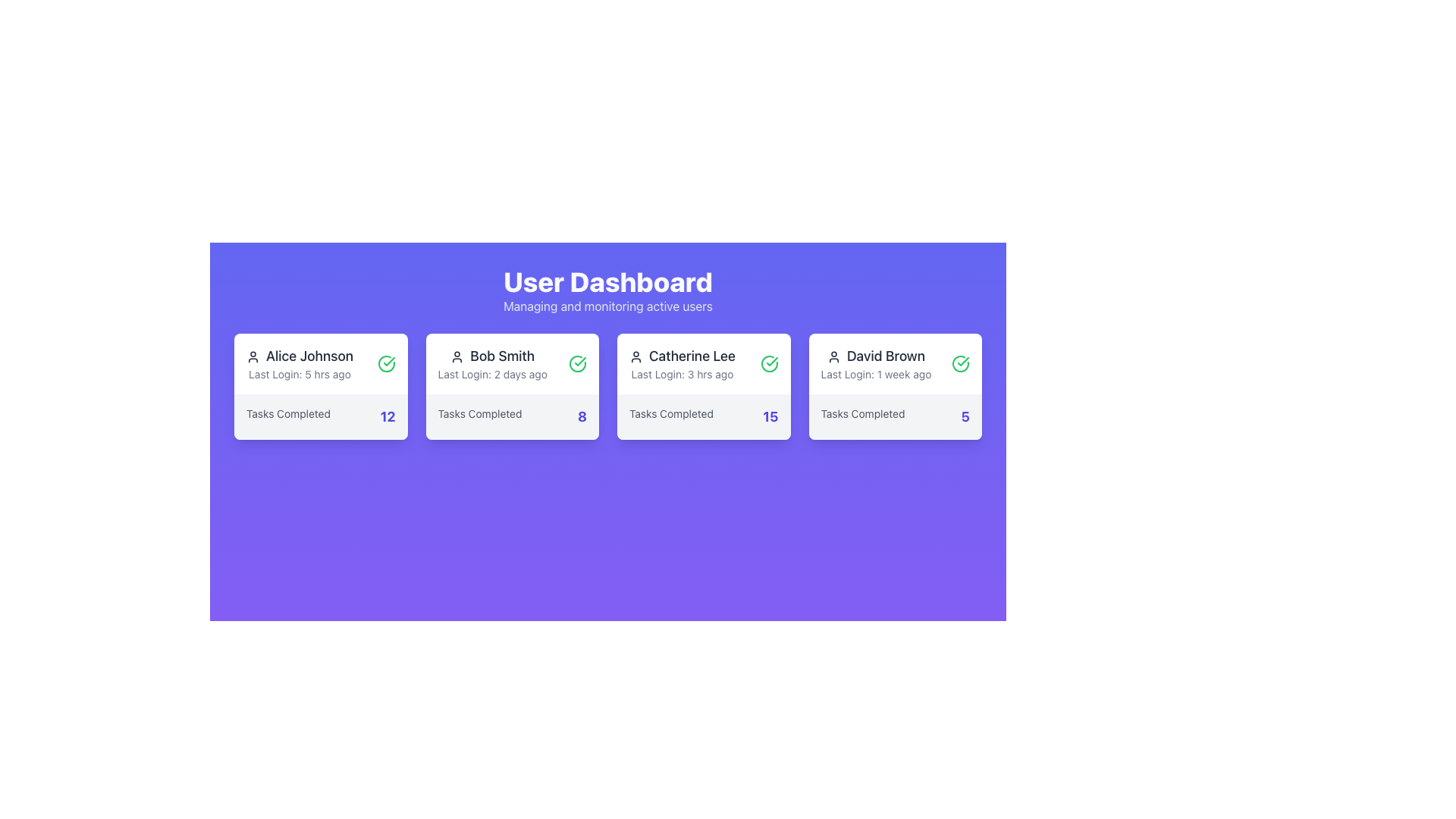 The image size is (1456, 819). I want to click on the user icon, which is a small silhouette outline of a person located to the left of 'Bob Smith' in the second card under the 'User Dashboard' title, so click(457, 357).